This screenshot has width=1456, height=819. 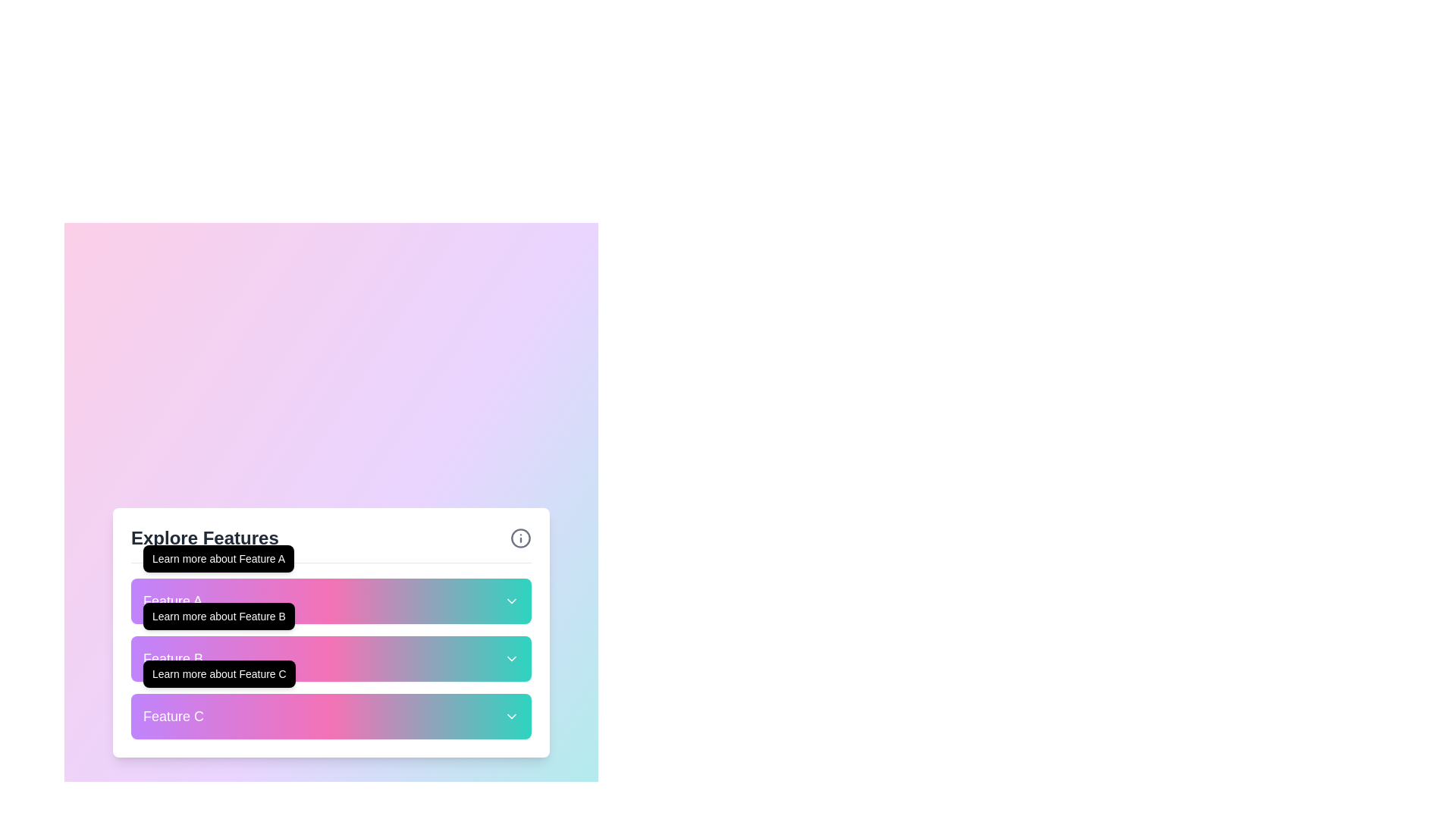 What do you see at coordinates (218, 616) in the screenshot?
I see `information provided in the tooltip with black background and white text saying 'Learn more about Feature B', located above the Feature B block` at bounding box center [218, 616].